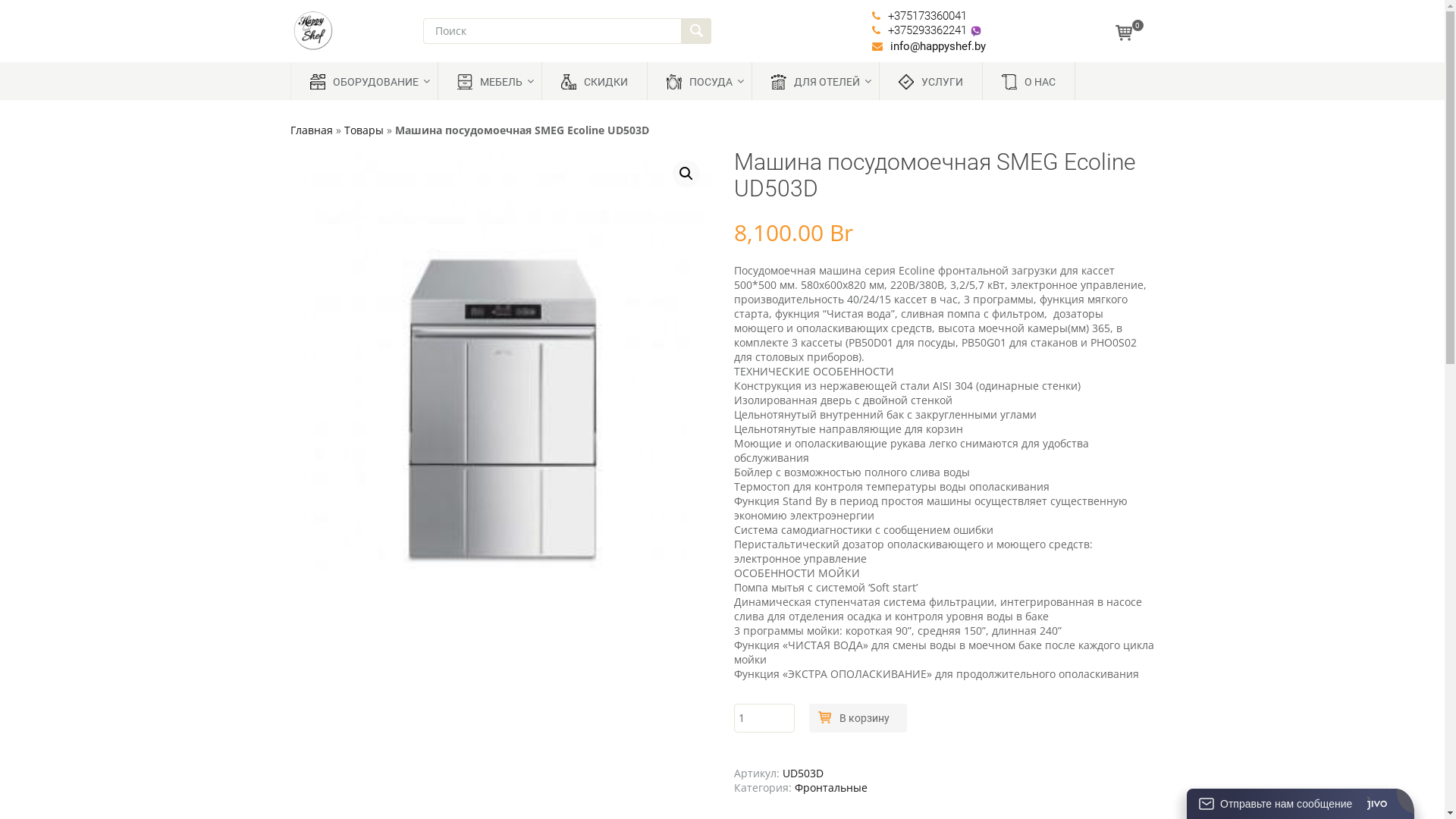  What do you see at coordinates (679, 31) in the screenshot?
I see `'Find'` at bounding box center [679, 31].